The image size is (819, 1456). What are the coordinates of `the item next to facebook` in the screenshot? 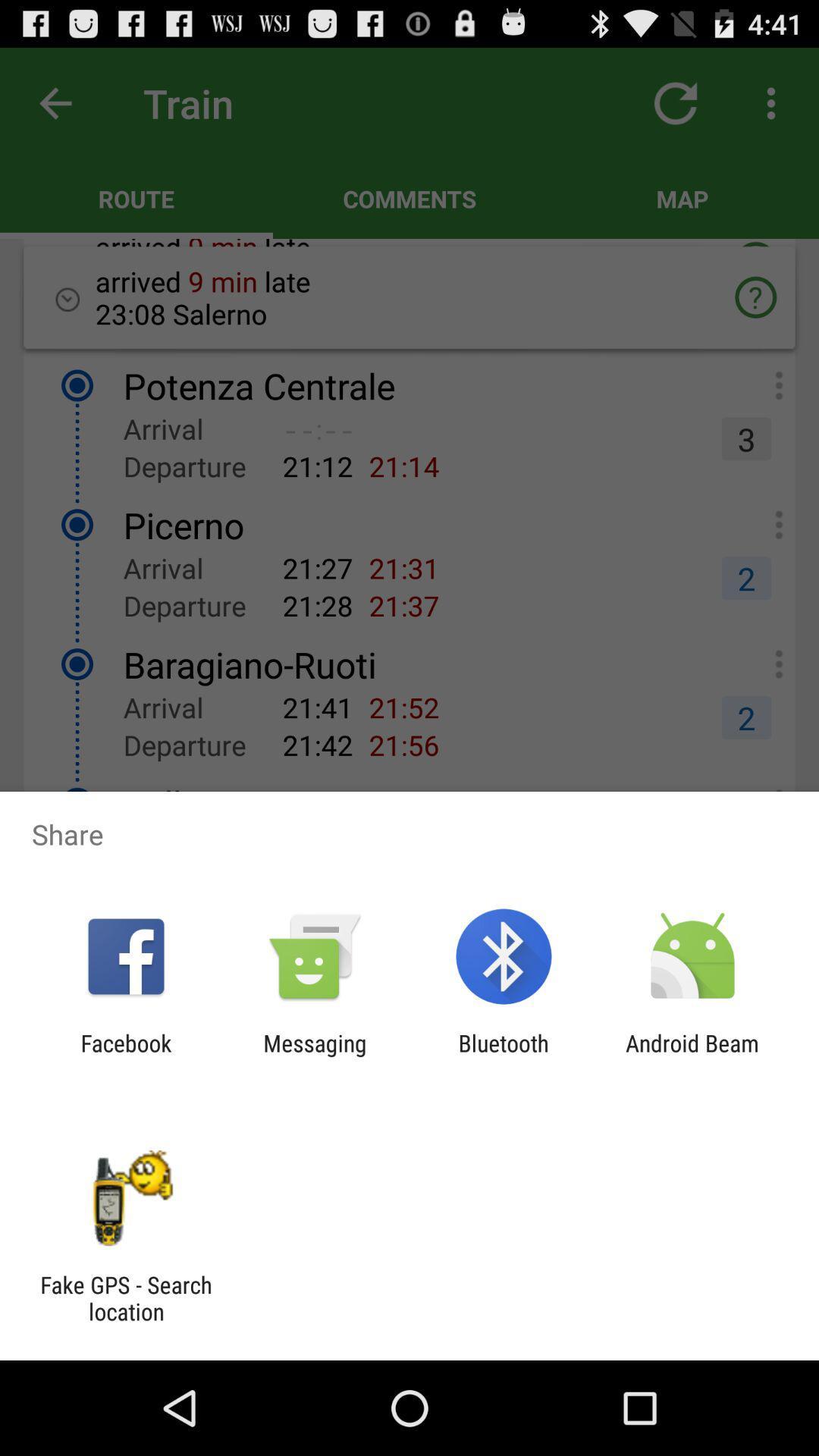 It's located at (314, 1056).